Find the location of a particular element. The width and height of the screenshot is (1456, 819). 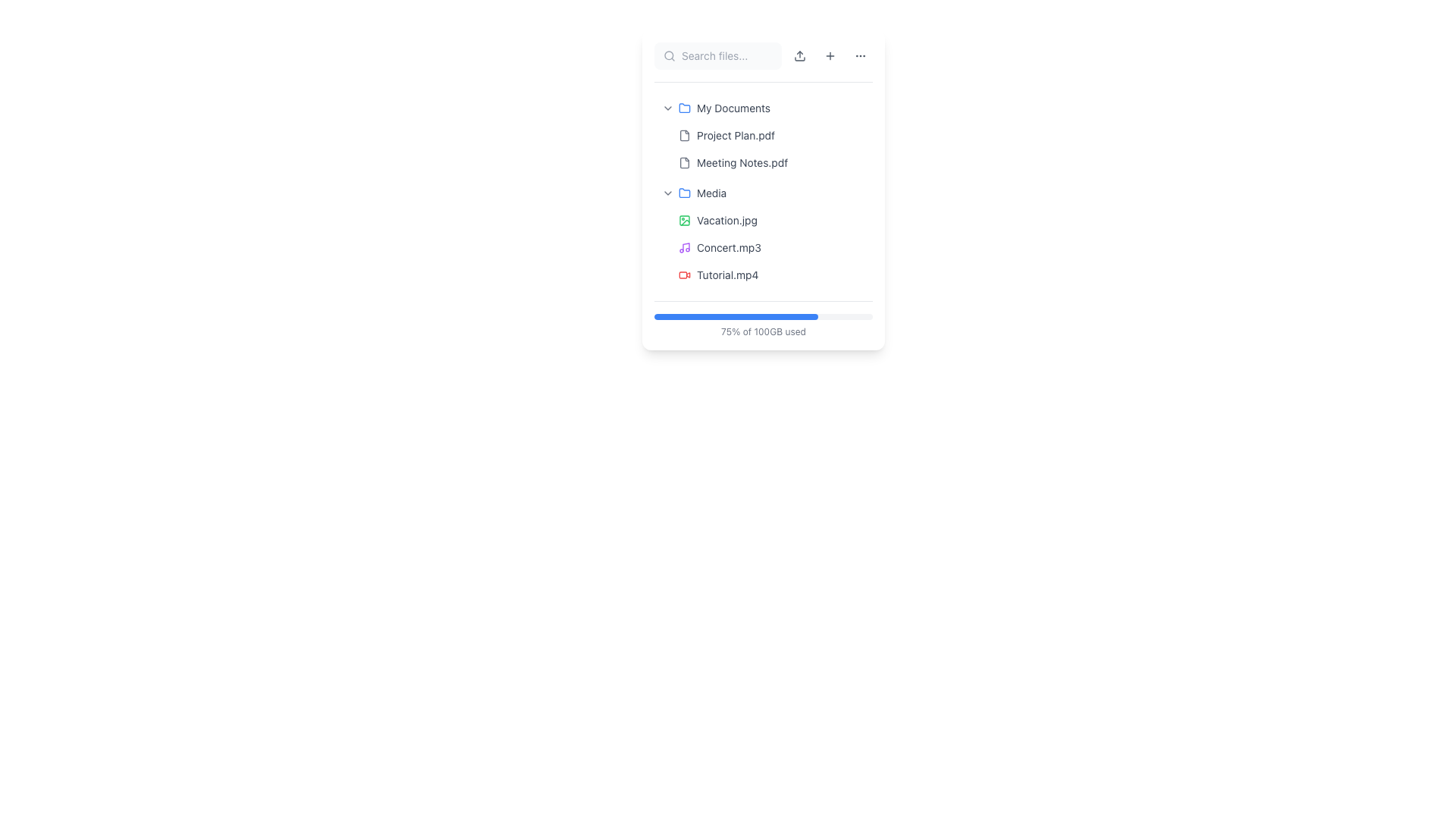

the document file icon located next to the text 'Project Plan.pdf' in the 'My Documents' section of the file management interface is located at coordinates (683, 134).